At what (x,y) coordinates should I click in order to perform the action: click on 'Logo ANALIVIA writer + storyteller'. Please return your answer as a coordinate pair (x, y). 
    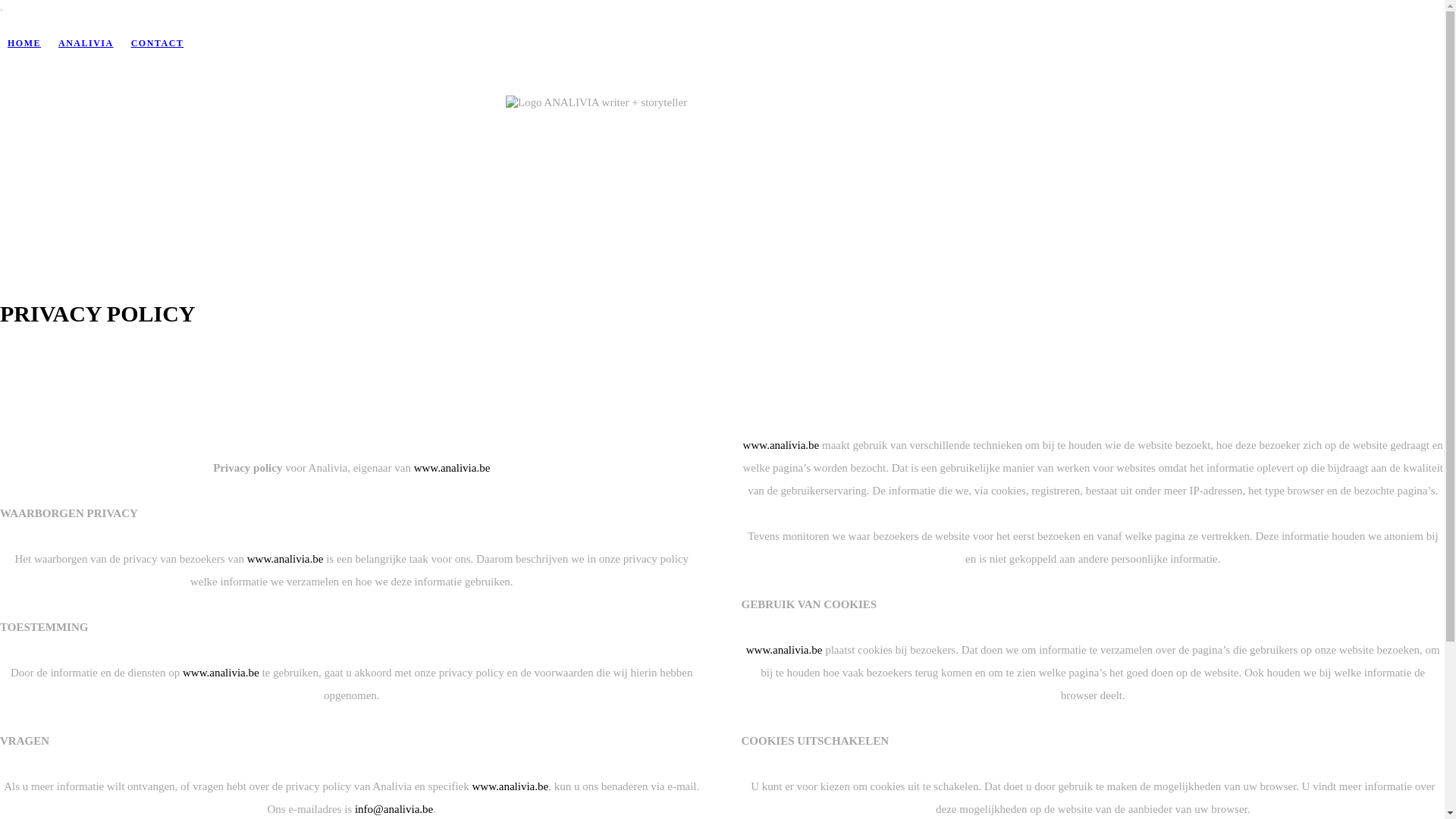
    Looking at the image, I should click on (595, 102).